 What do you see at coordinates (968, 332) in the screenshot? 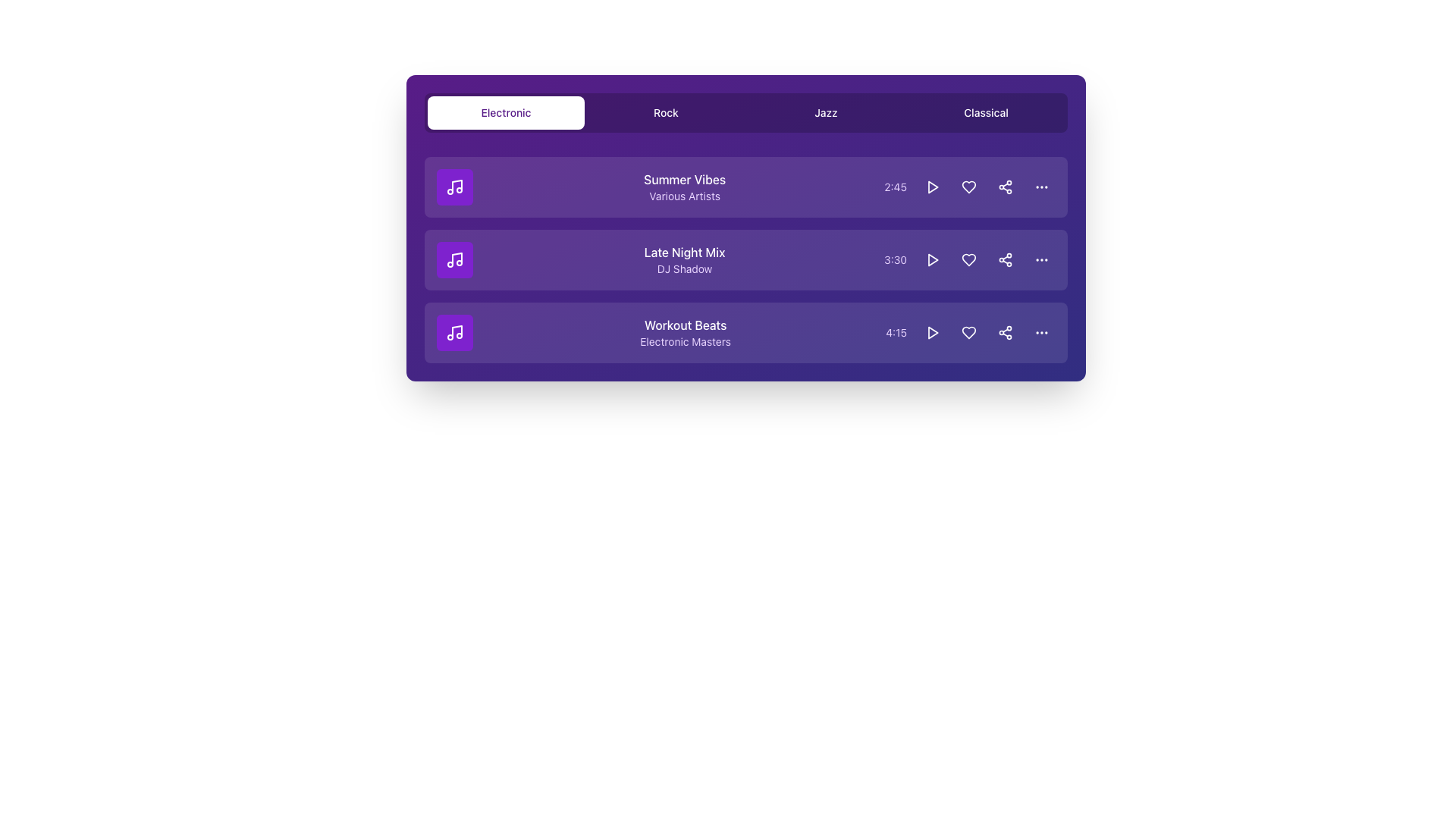
I see `the icon button to mark or unmark 'Workout Beats' as a favorite, located` at bounding box center [968, 332].